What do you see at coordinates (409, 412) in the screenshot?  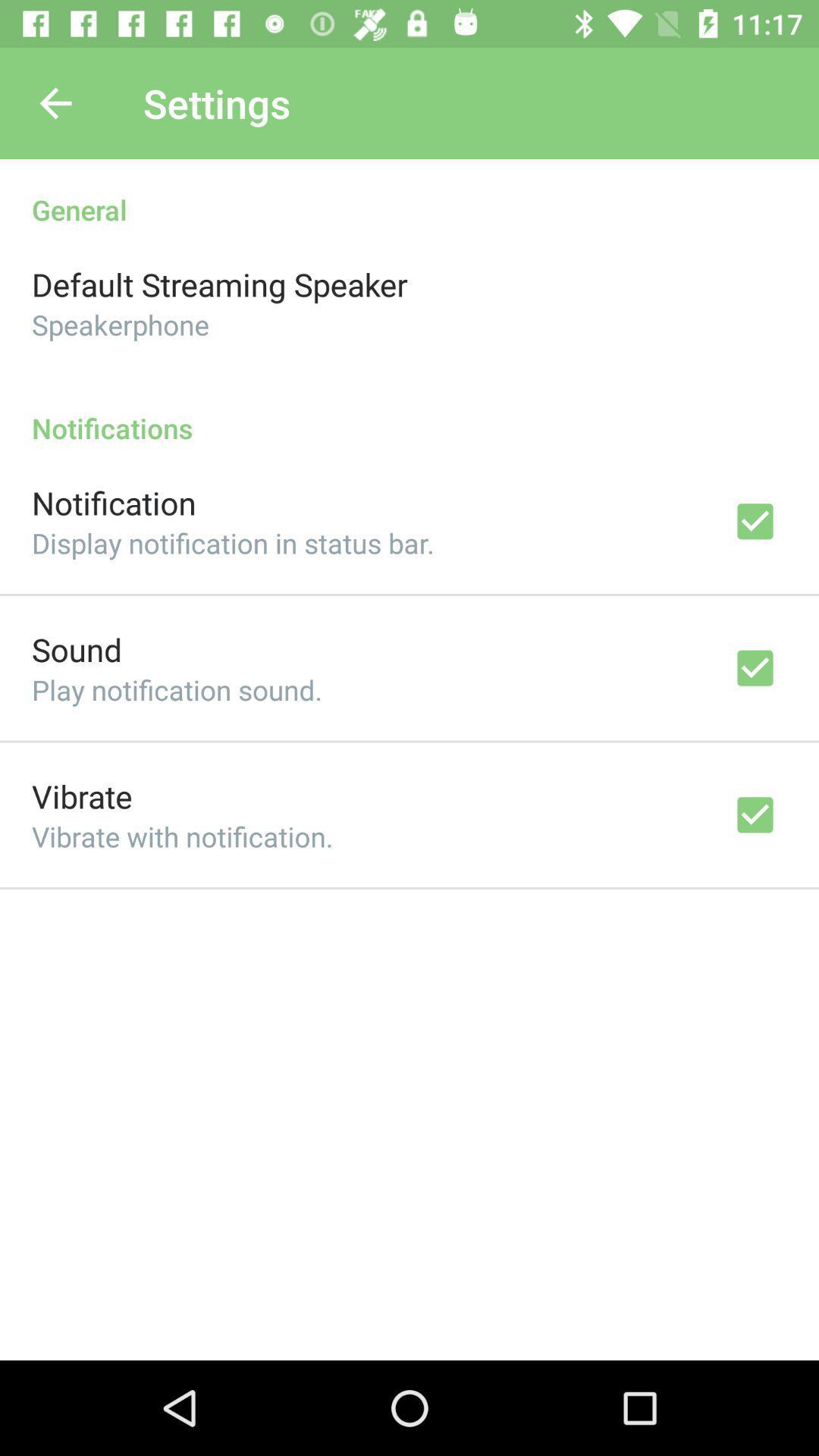 I see `notifications` at bounding box center [409, 412].